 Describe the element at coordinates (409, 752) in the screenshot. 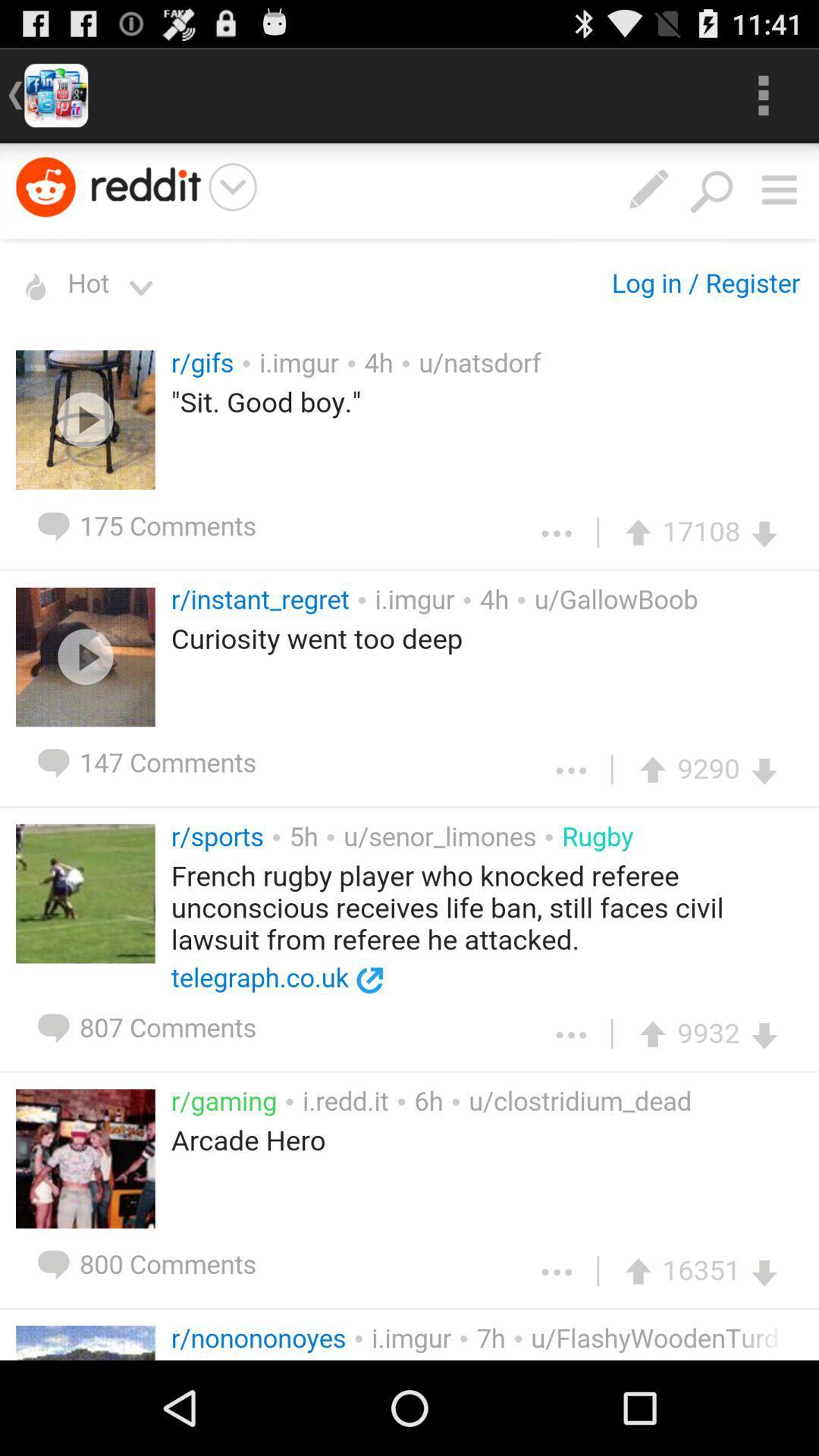

I see `move page` at that location.